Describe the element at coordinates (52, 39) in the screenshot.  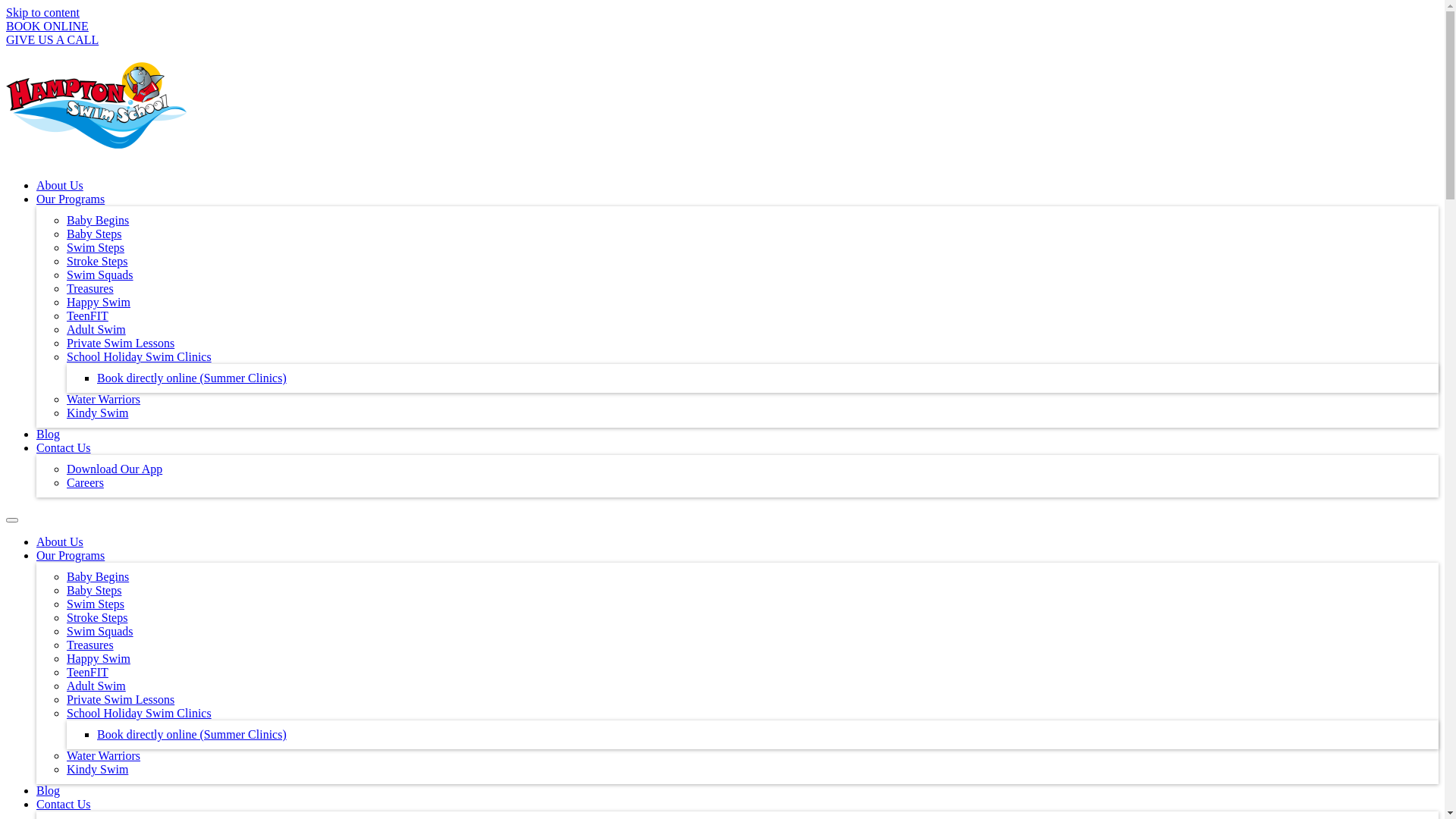
I see `'GIVE US A CALL'` at that location.